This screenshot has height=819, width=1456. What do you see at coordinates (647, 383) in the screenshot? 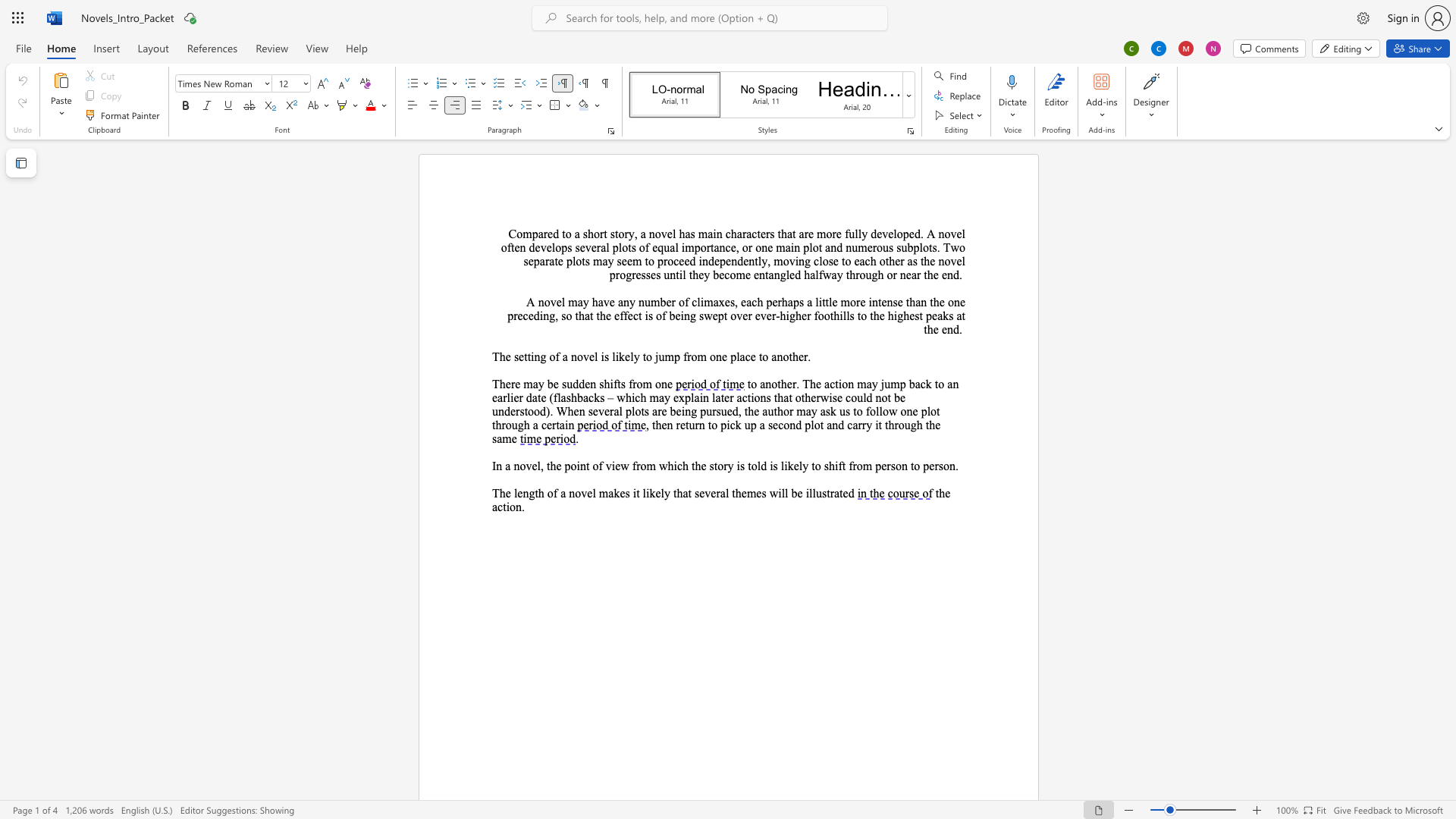
I see `the 2th character "m" in the text` at bounding box center [647, 383].